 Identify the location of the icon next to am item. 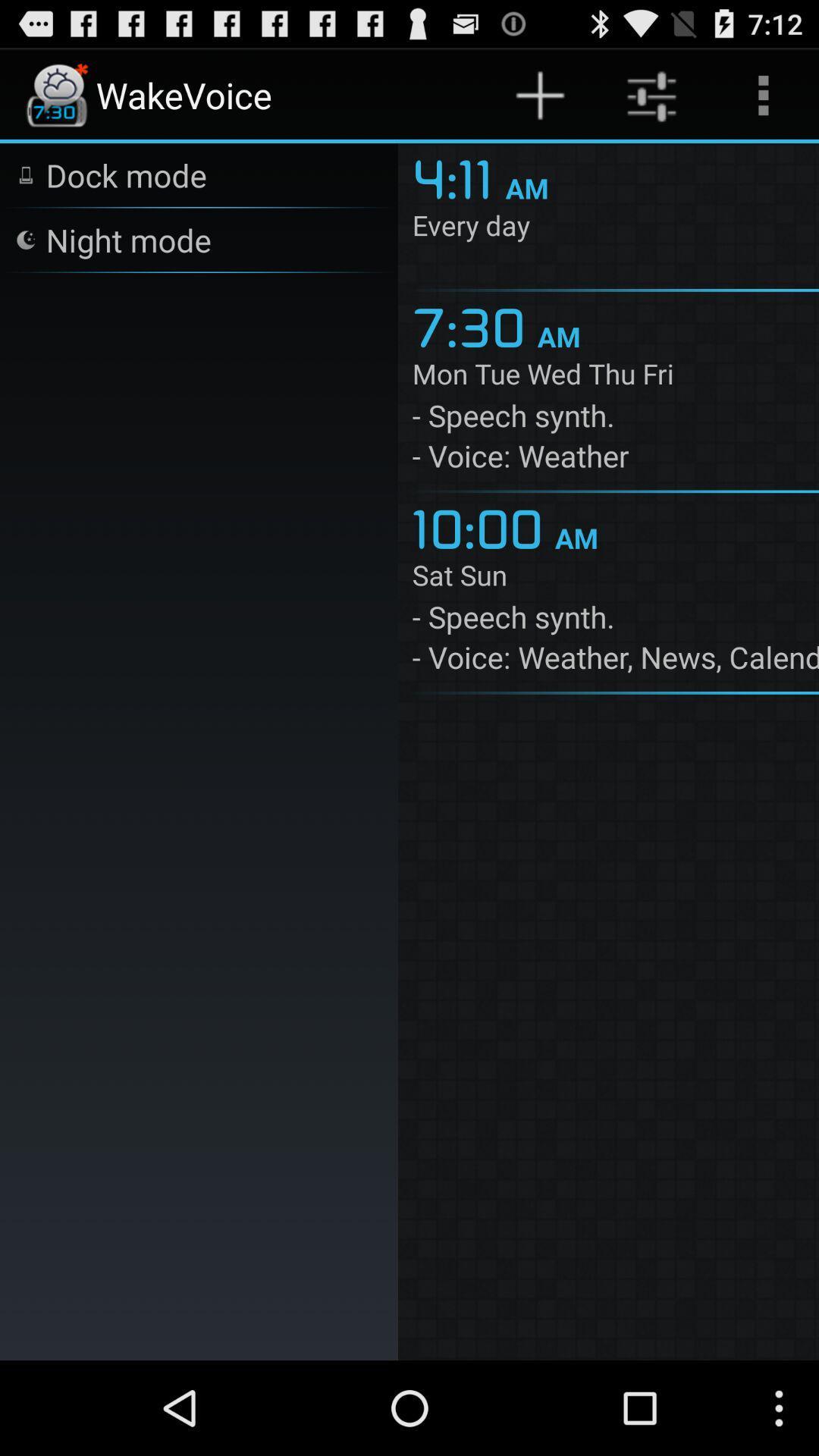
(483, 526).